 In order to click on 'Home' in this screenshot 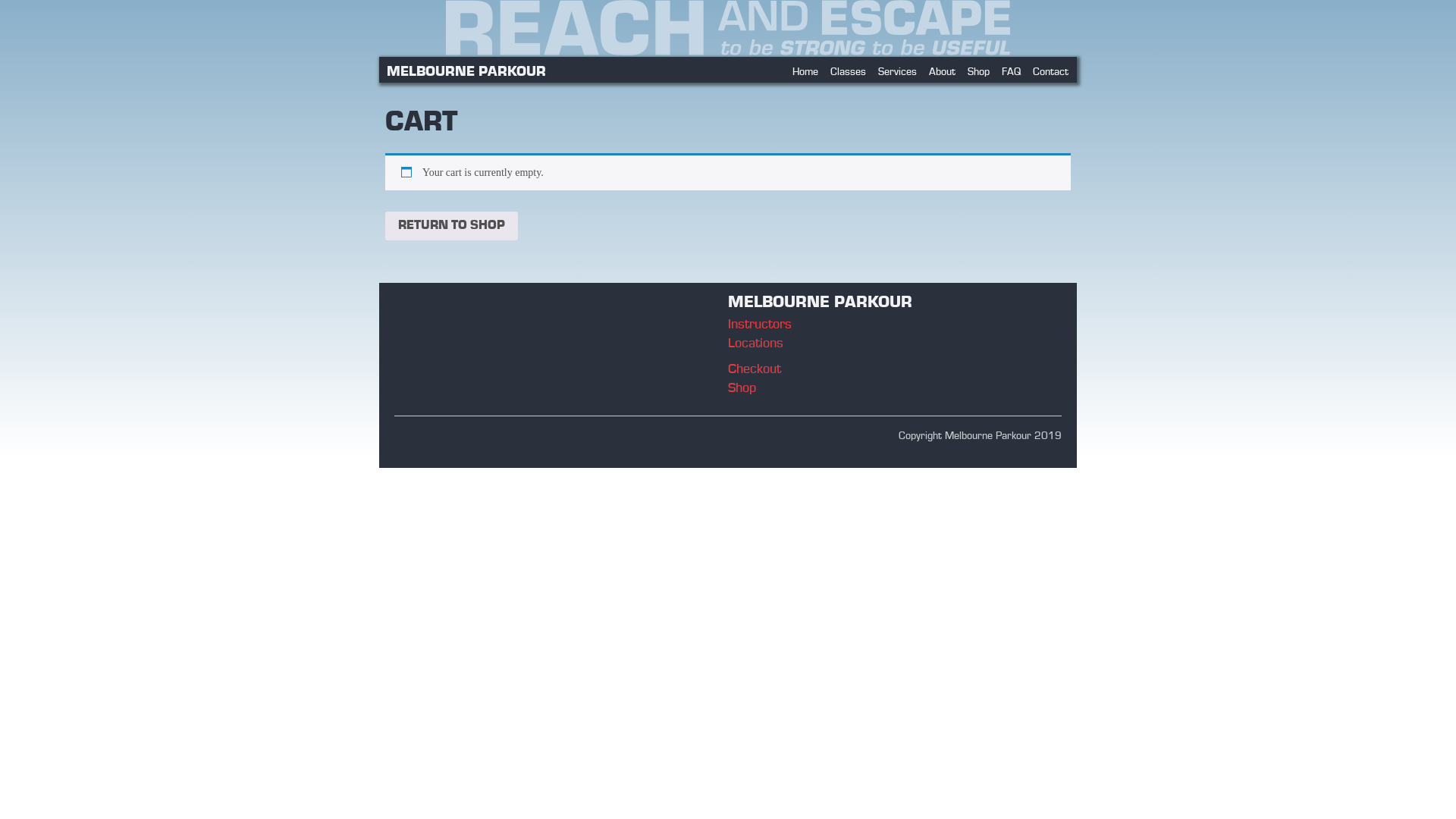, I will do `click(786, 72)`.